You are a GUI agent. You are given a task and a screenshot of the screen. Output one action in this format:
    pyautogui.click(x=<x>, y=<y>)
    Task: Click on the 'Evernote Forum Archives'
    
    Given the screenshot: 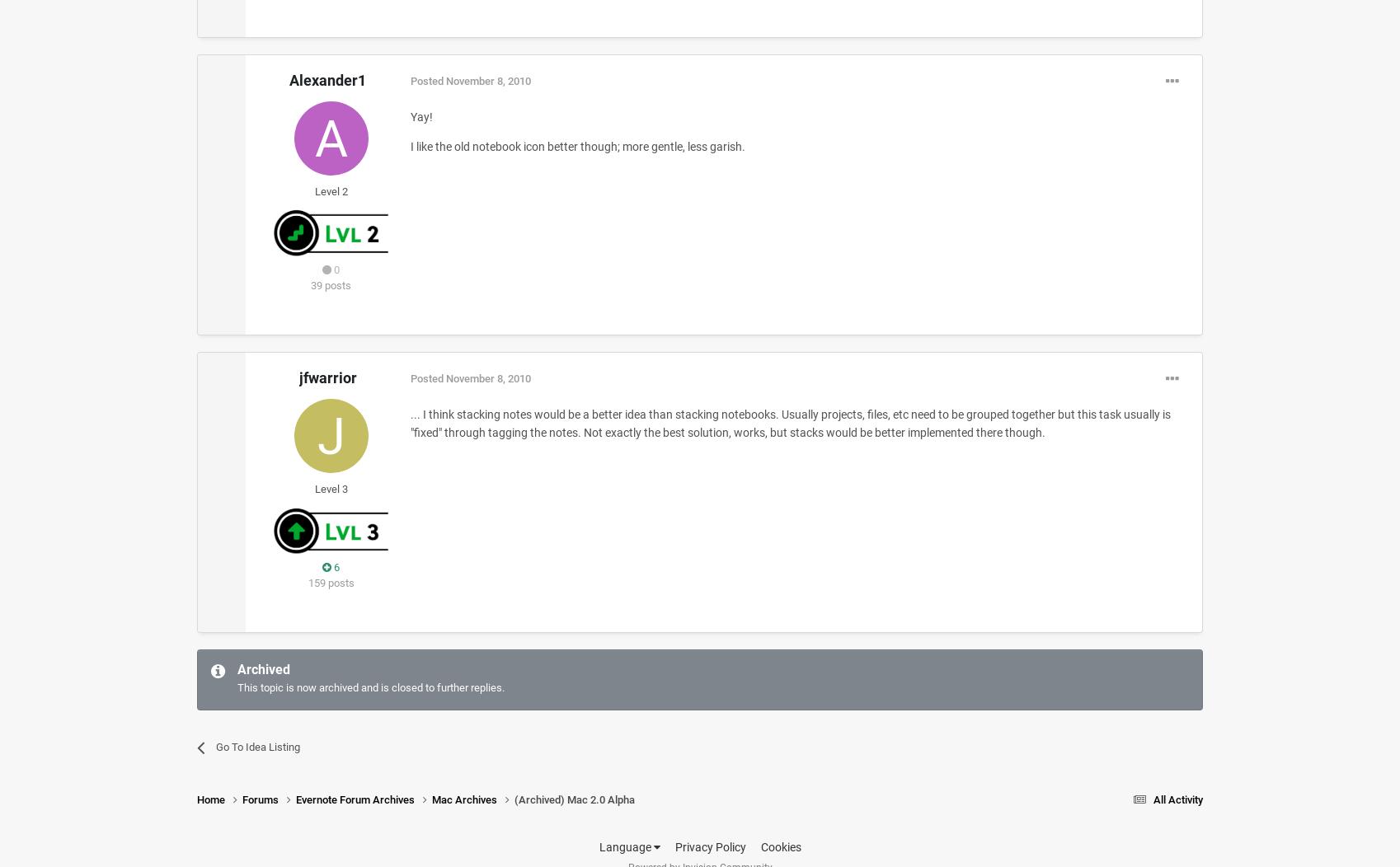 What is the action you would take?
    pyautogui.click(x=355, y=799)
    